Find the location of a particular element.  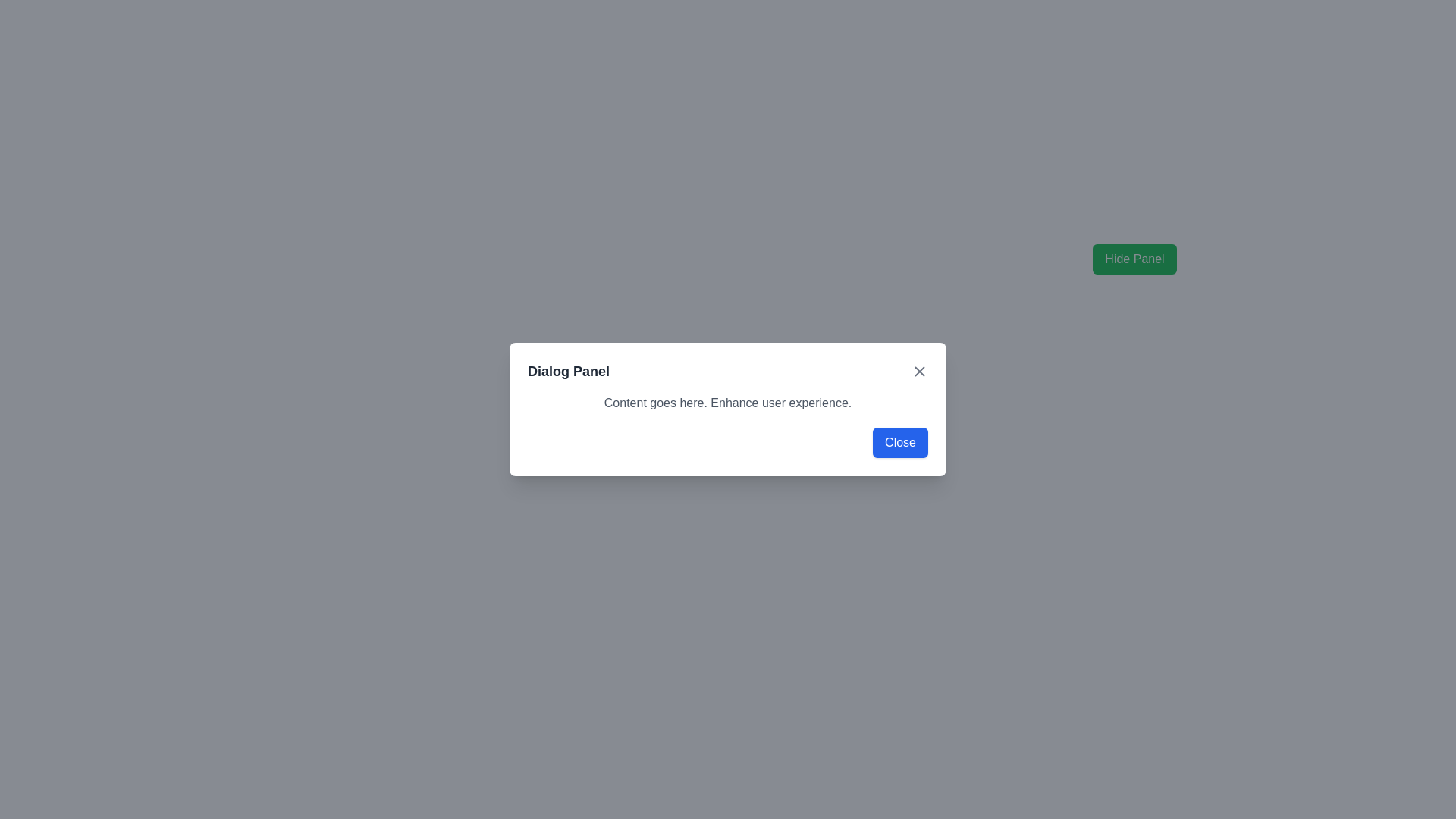

the 'Hide Panel' button with a green background and white text to trigger its hover effects is located at coordinates (1134, 259).